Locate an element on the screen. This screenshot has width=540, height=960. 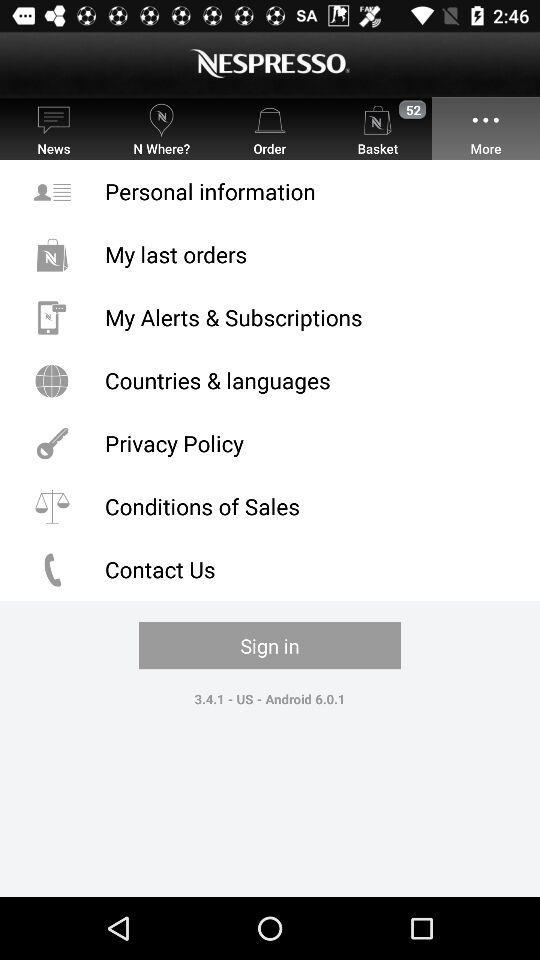
the my last orders item is located at coordinates (270, 253).